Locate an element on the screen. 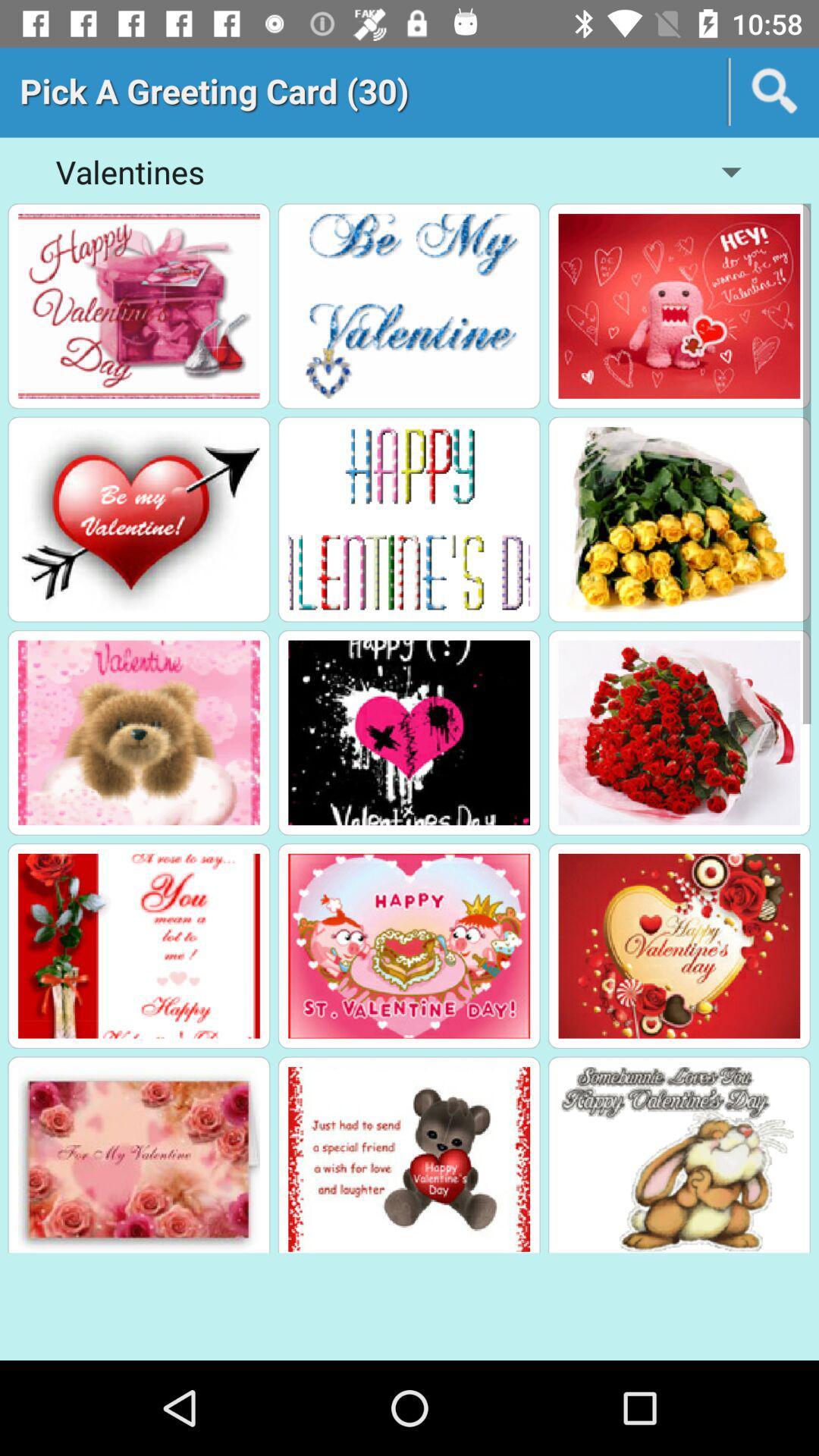  click the picture is located at coordinates (139, 305).